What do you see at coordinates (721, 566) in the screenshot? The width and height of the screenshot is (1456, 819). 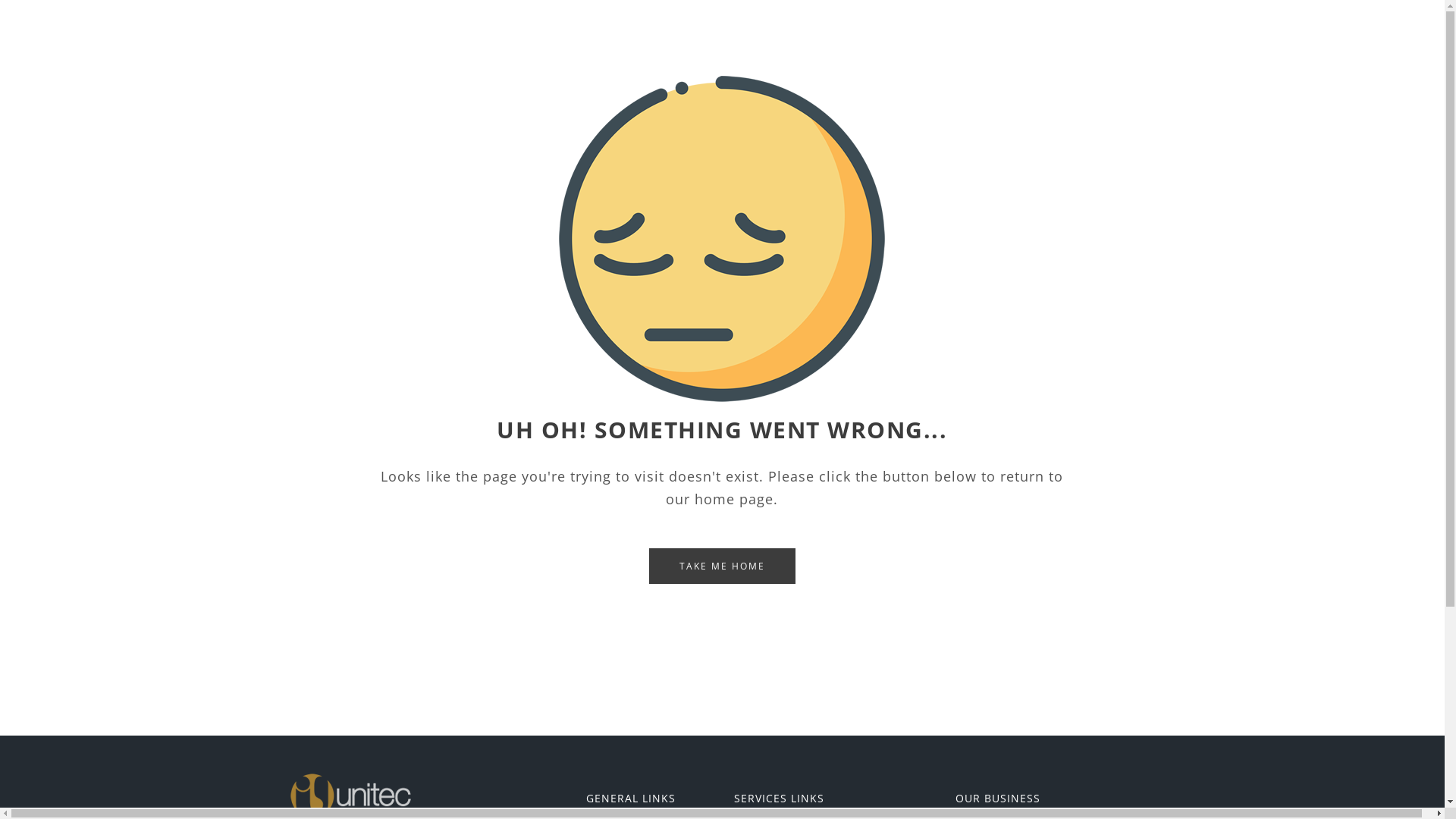 I see `'TAKE ME HOME'` at bounding box center [721, 566].